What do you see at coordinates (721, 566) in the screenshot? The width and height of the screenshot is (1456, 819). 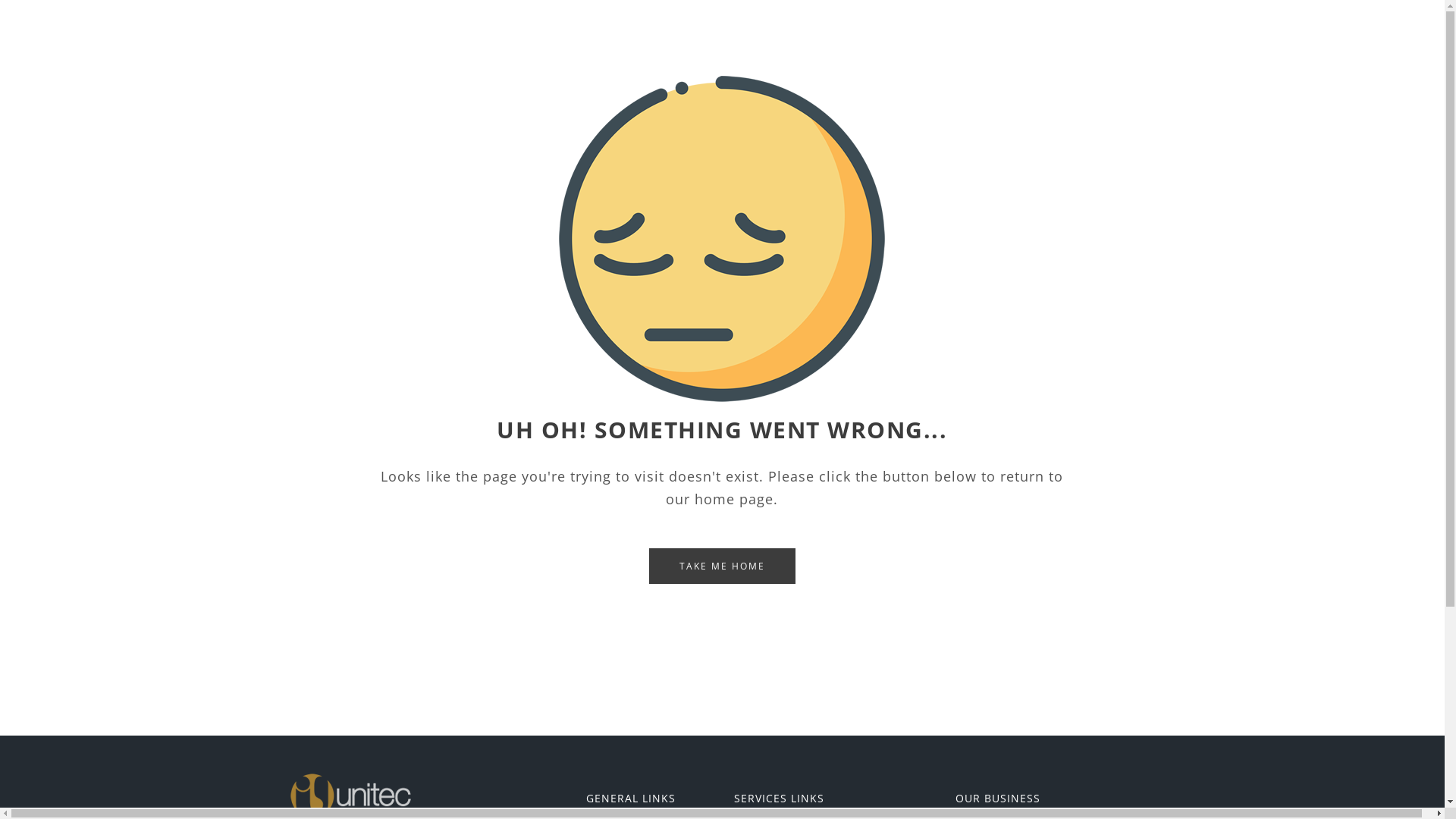 I see `'TAKE ME HOME'` at bounding box center [721, 566].